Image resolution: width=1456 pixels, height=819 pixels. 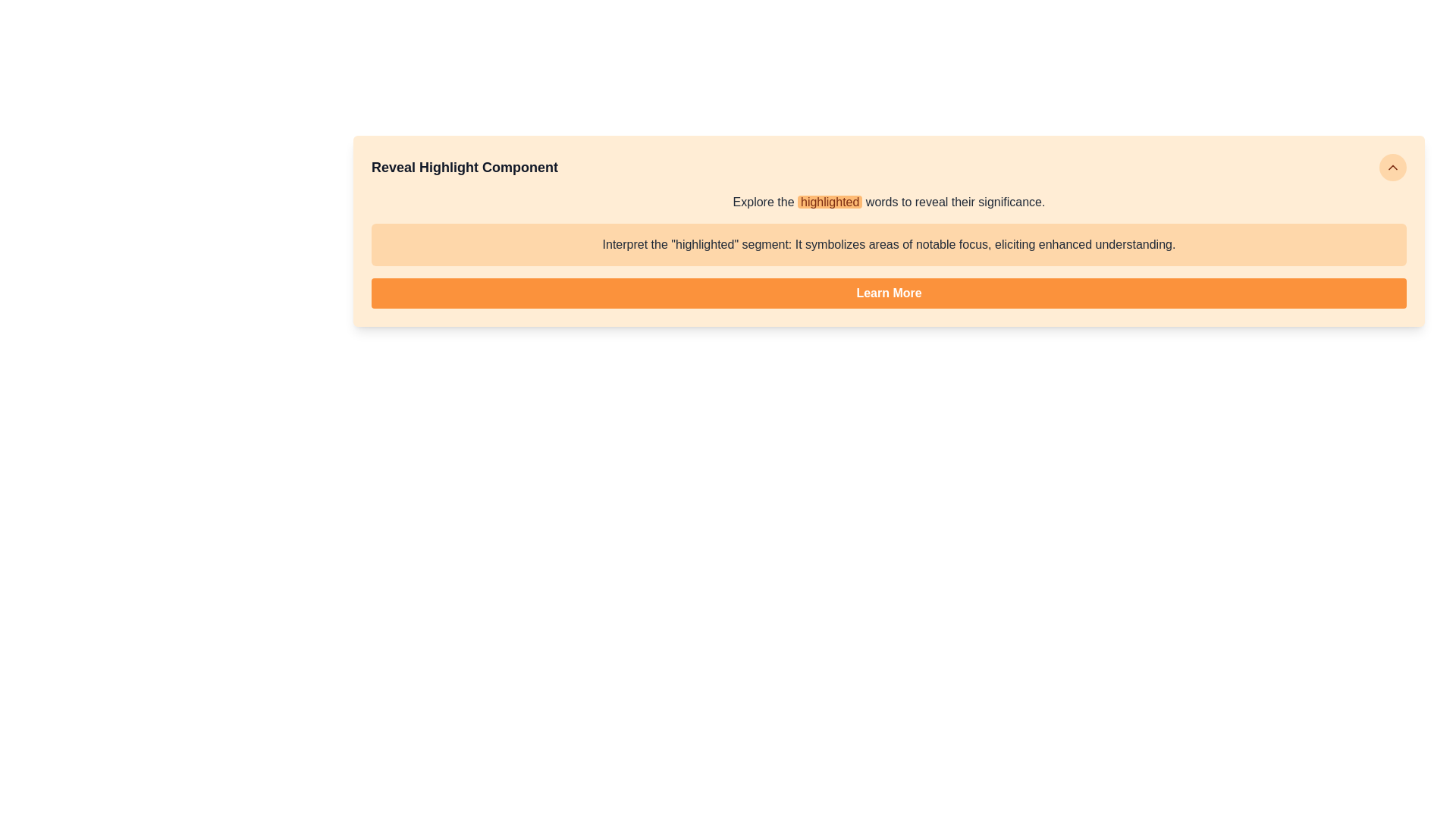 I want to click on the emphasized text span that highlights the word 'highlighted' within the sentence 'Explore the highlighted words to reveal their significance.', so click(x=829, y=201).